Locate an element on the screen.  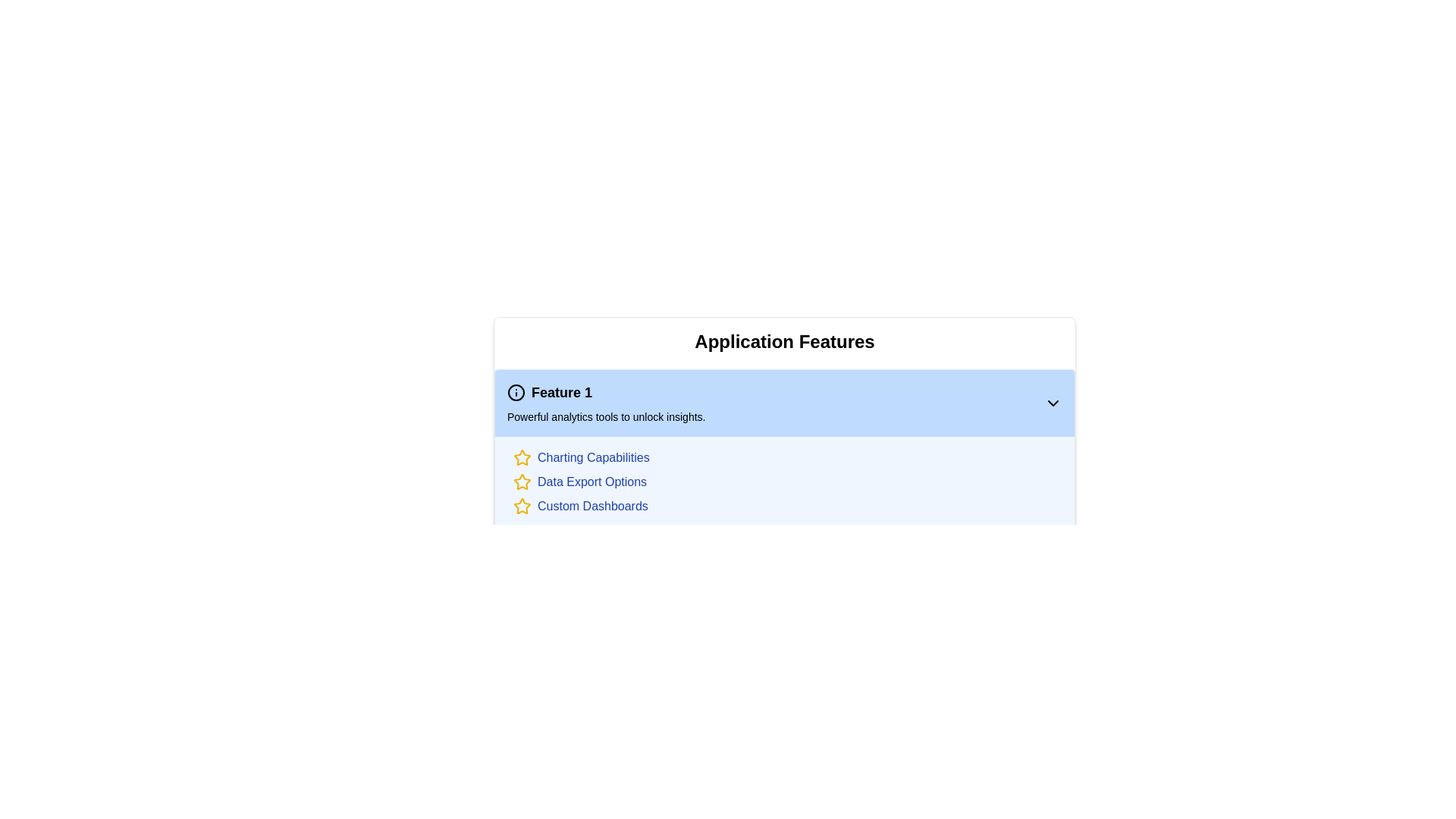
the dropdown arrow on the 'Feature 1' card within the 'Application Features' section is located at coordinates (785, 447).